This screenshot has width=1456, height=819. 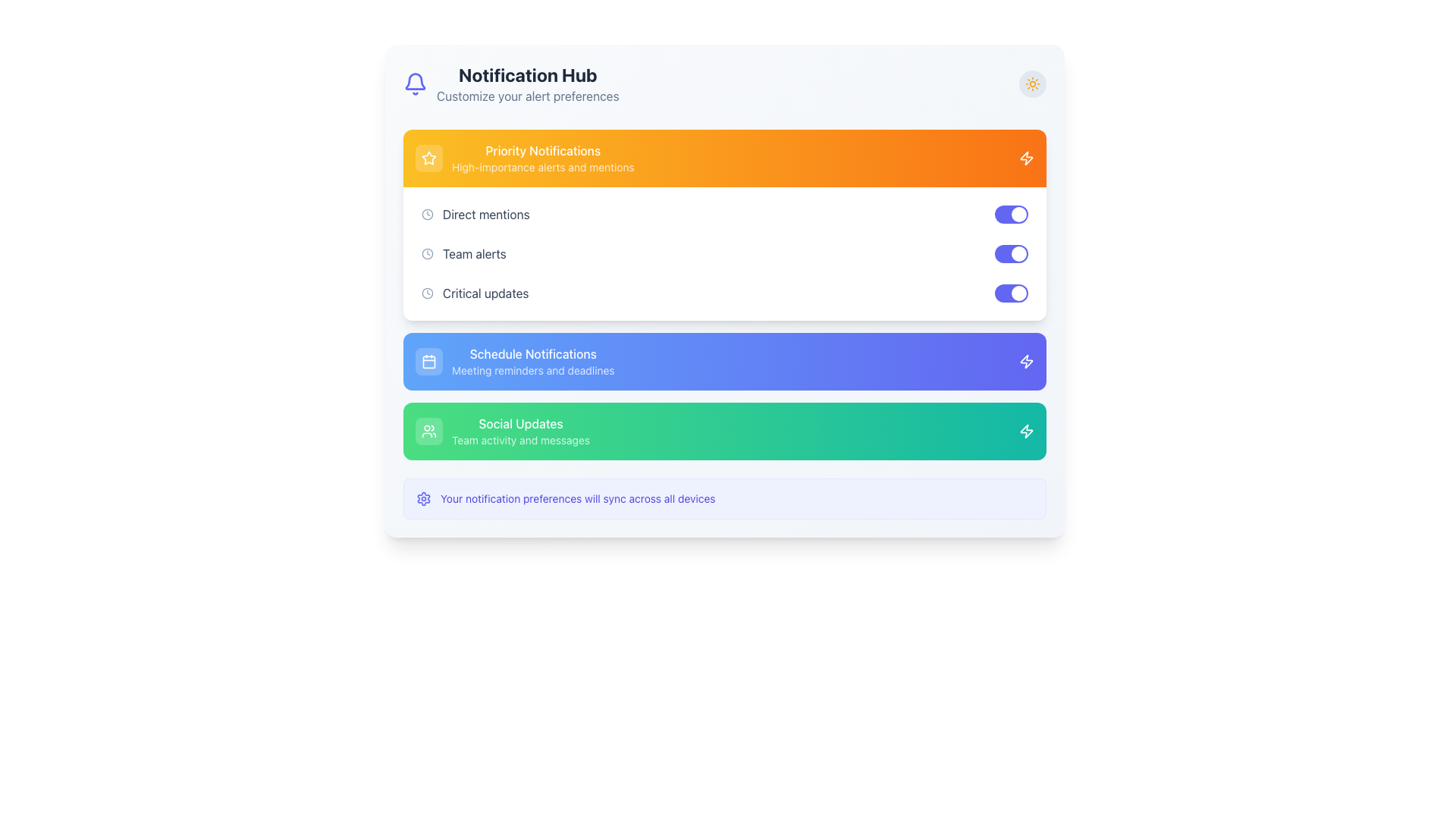 What do you see at coordinates (543, 151) in the screenshot?
I see `title text of the 'Priority Notifications' section, which is the first text element and is orange-colored, positioned at the top of the section` at bounding box center [543, 151].